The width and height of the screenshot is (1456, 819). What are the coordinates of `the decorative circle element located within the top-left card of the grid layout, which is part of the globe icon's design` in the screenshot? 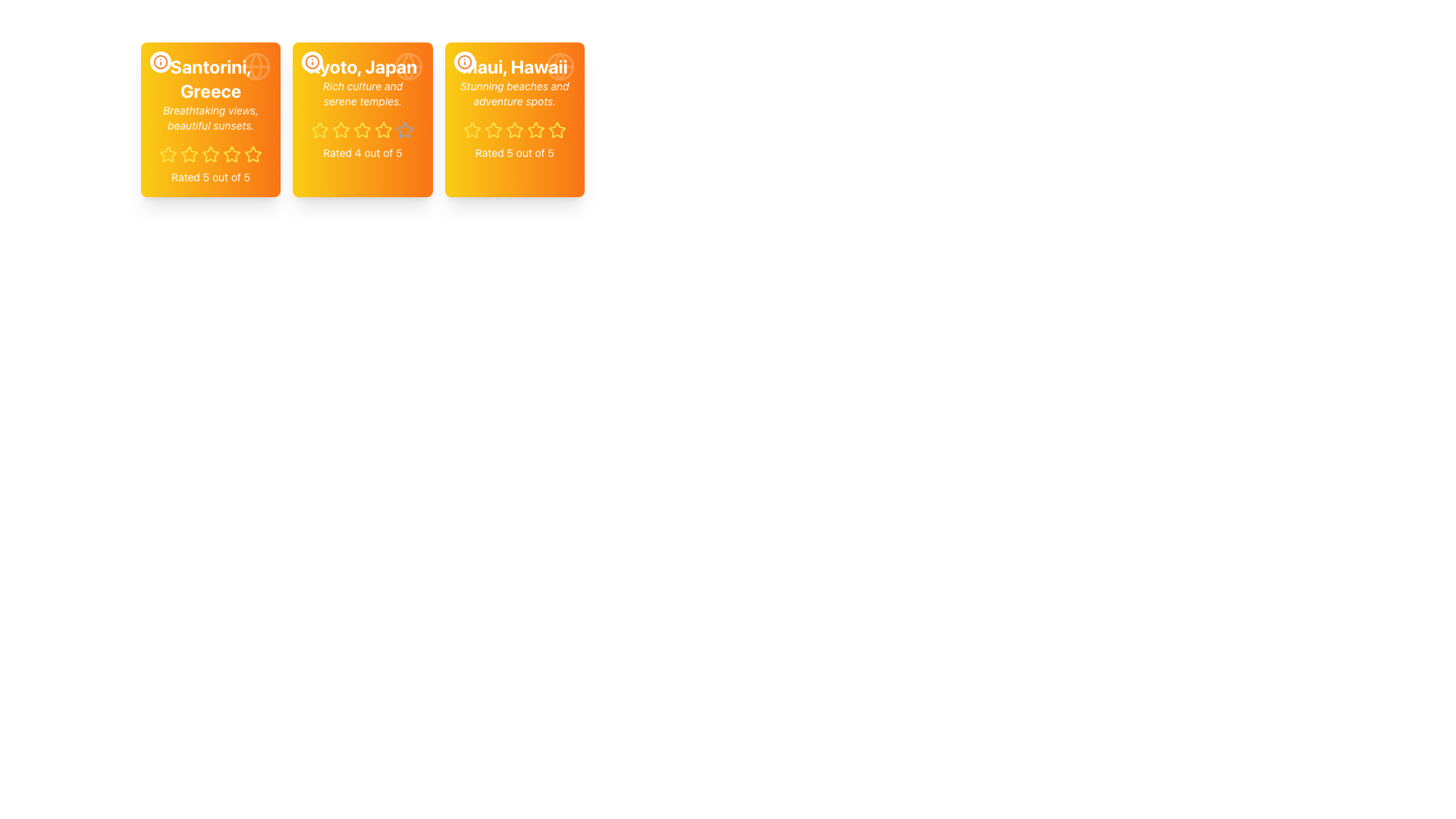 It's located at (256, 66).